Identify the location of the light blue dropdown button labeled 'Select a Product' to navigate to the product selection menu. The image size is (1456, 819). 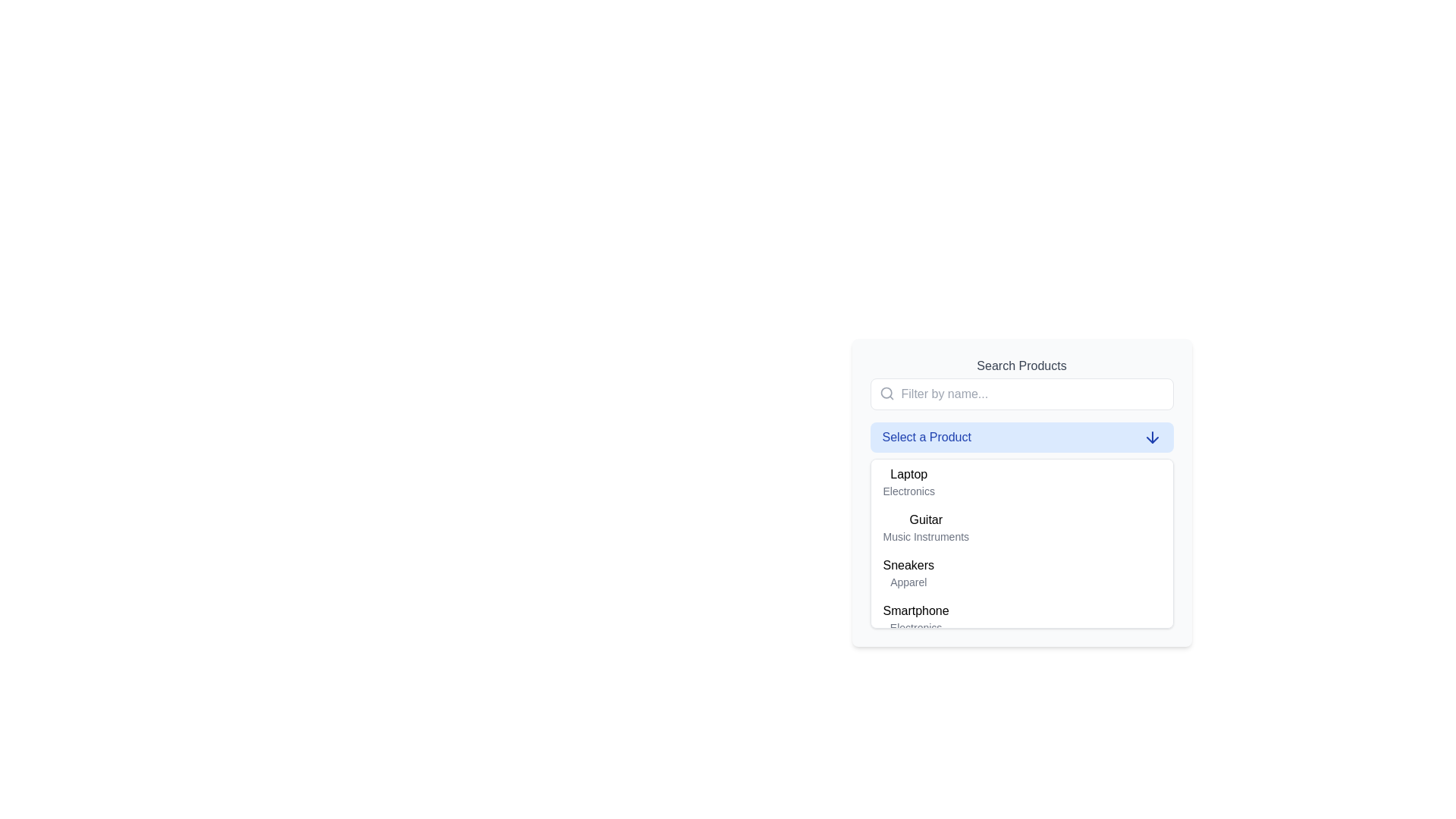
(1021, 438).